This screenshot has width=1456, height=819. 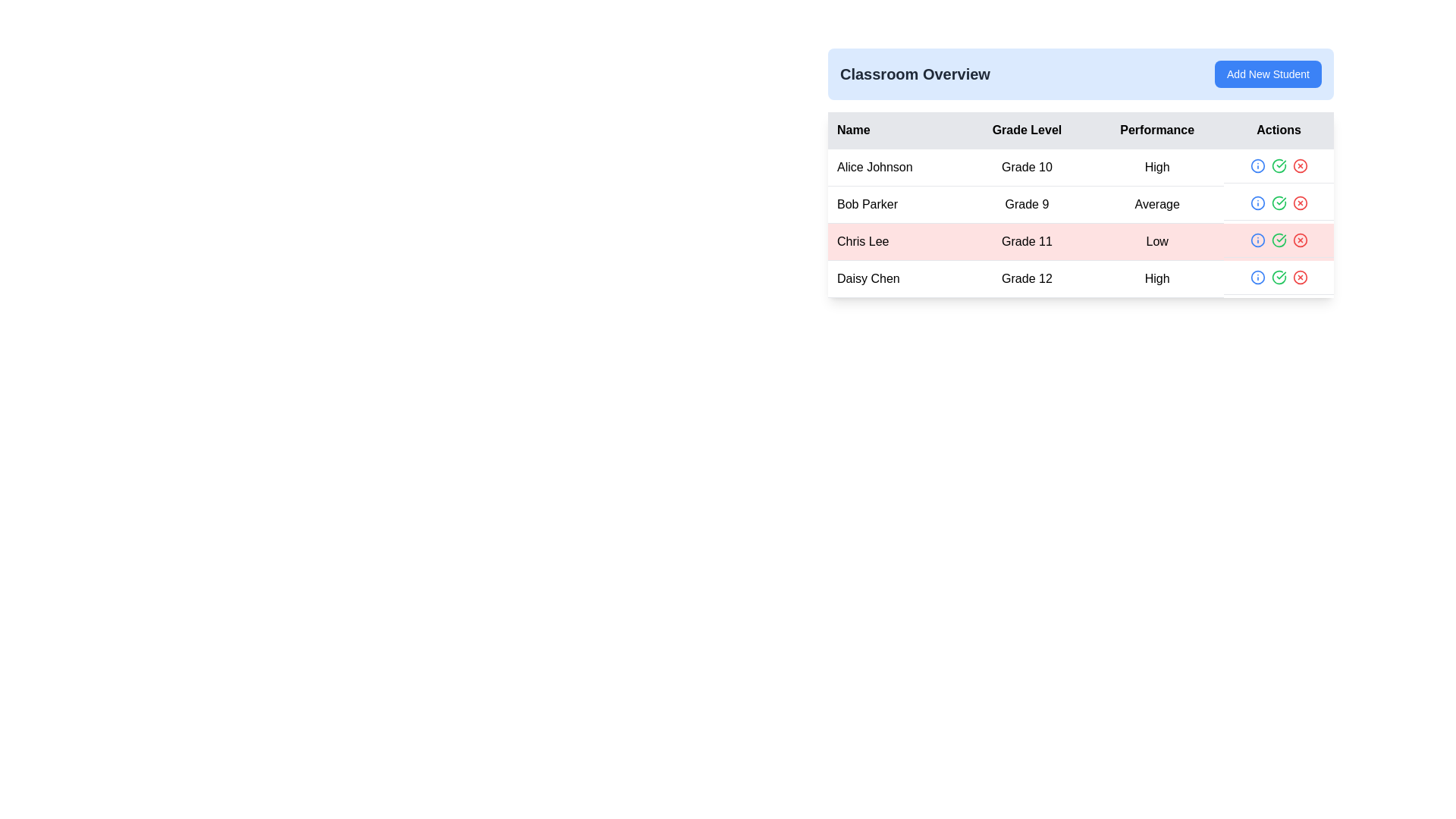 What do you see at coordinates (1027, 278) in the screenshot?
I see `the table cell displaying 'Grade 12' under the 'Grade Level' column for the row corresponding to 'Daisy Chen'` at bounding box center [1027, 278].